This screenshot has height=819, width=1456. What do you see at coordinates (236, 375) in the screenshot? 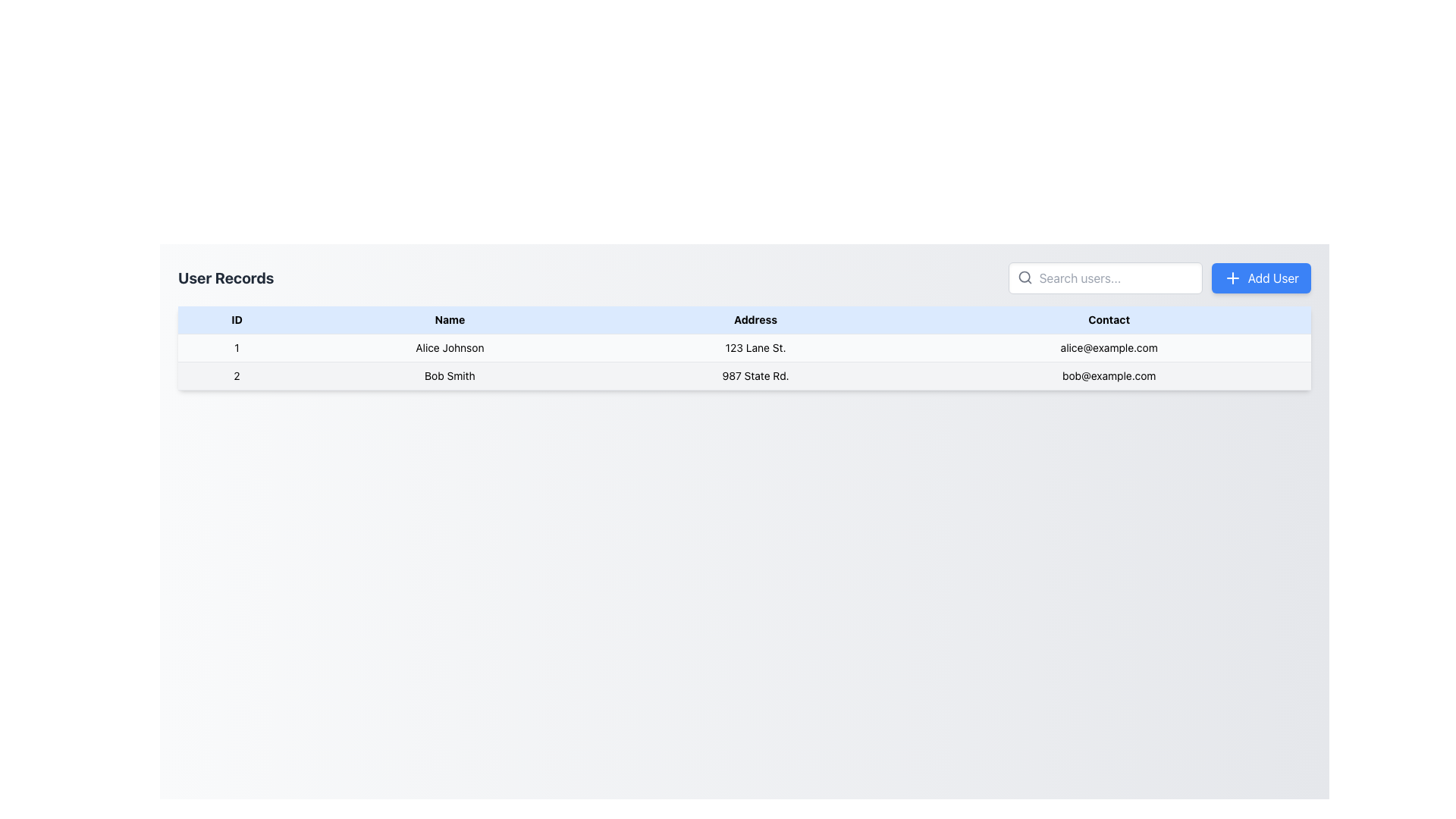
I see `the text item displaying the number '2', which is the leftmost item in the second row of a table under the 'ID' column` at bounding box center [236, 375].